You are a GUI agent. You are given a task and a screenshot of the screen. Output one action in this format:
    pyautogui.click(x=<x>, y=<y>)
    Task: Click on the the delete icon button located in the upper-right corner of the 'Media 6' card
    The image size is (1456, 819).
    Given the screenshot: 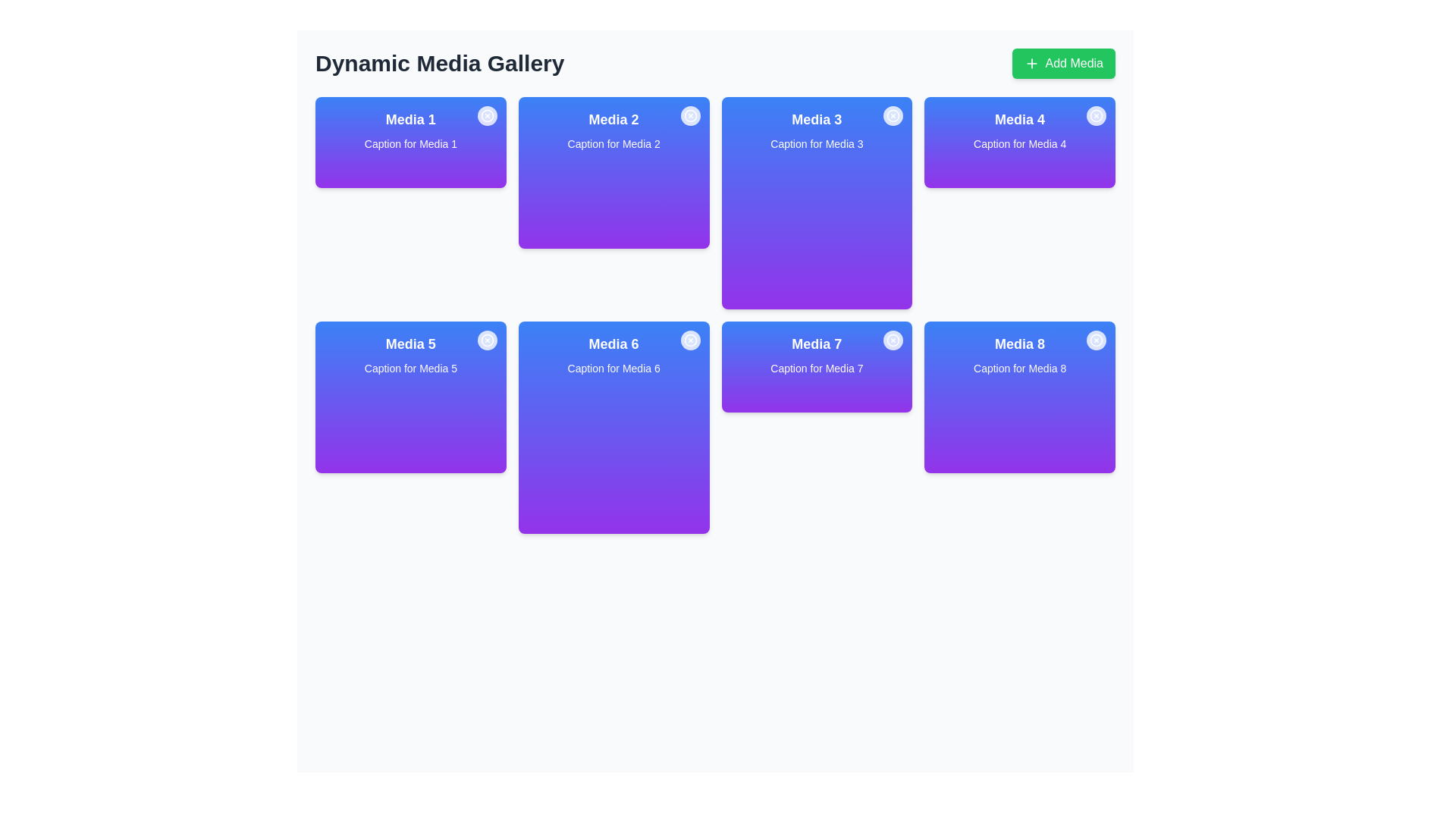 What is the action you would take?
    pyautogui.click(x=689, y=339)
    